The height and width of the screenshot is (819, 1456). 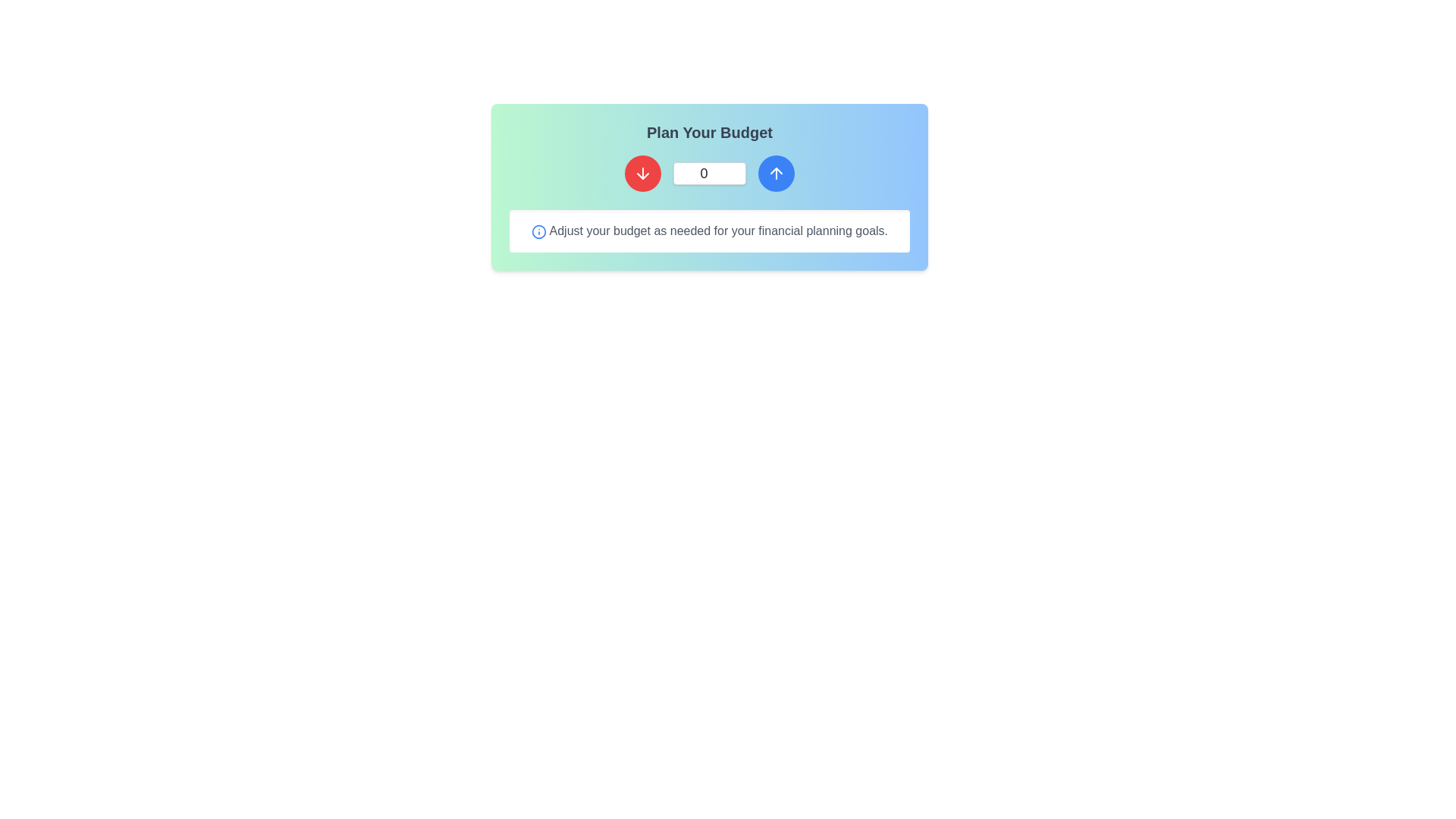 I want to click on the decrement button, which is represented by a downward arrow and is the first element in its horizontal layout group containing a numeric input and a blue button, so click(x=643, y=172).